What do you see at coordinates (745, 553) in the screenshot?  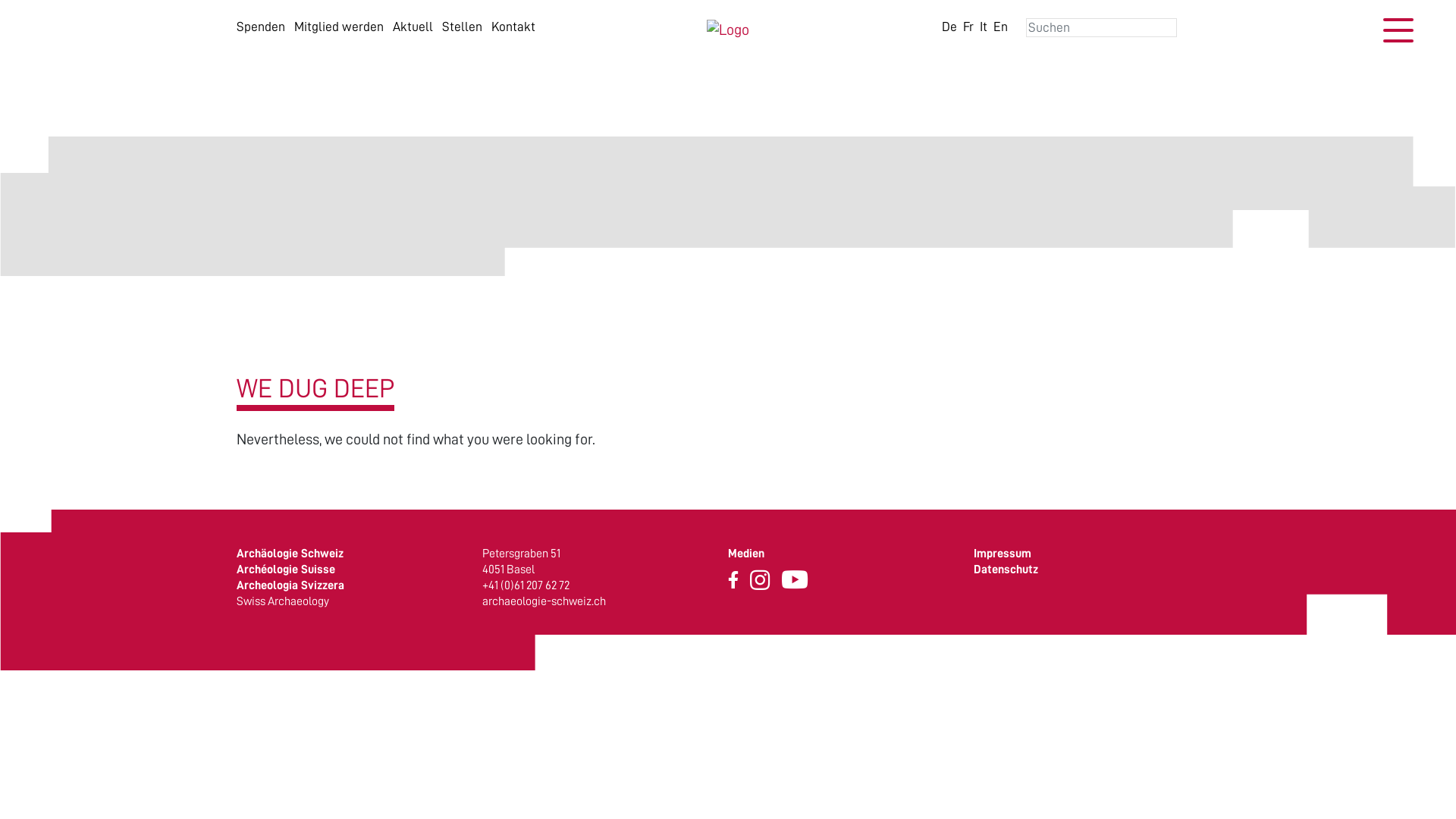 I see `'Medien'` at bounding box center [745, 553].